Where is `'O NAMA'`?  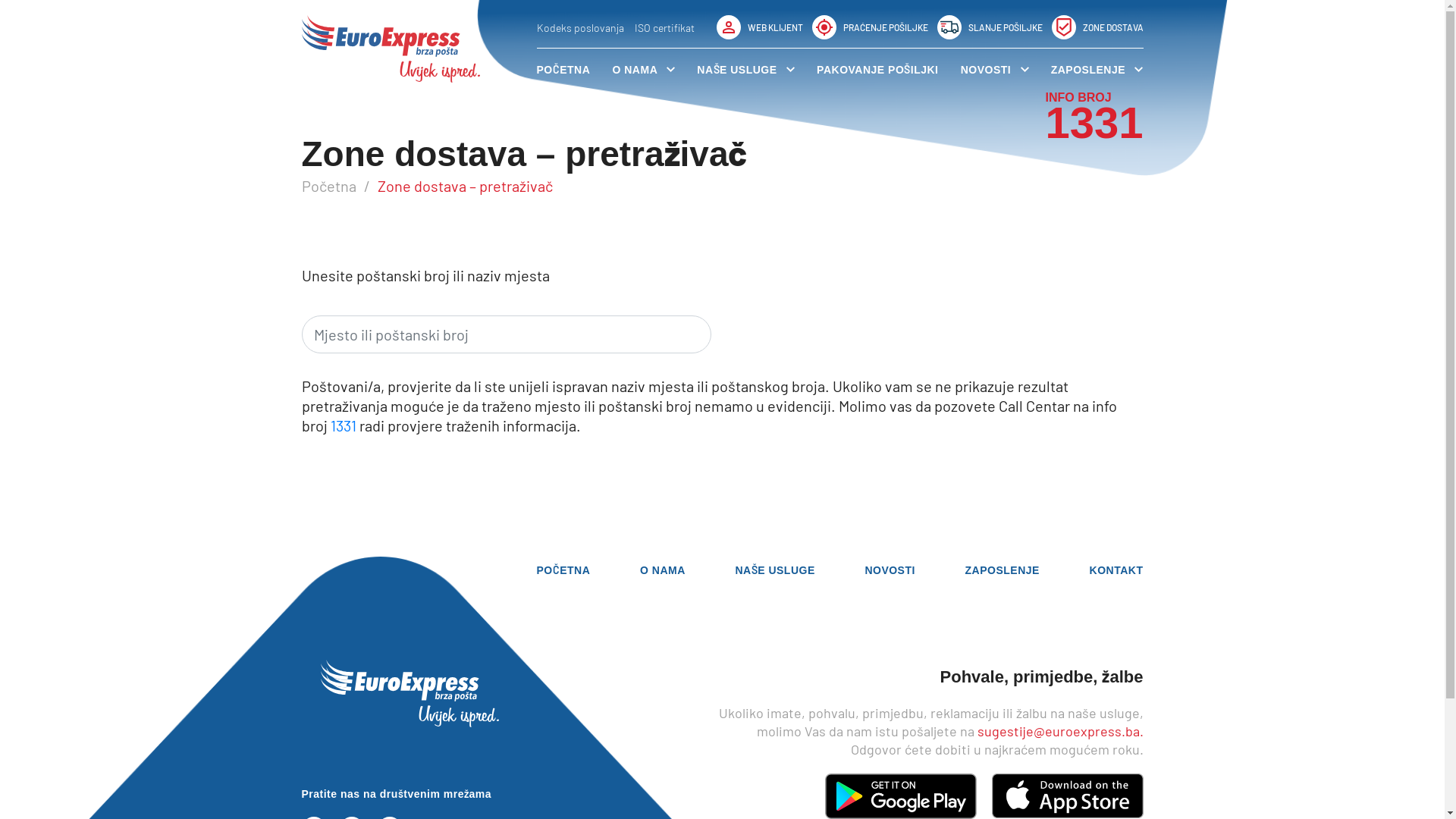
'O NAMA' is located at coordinates (662, 570).